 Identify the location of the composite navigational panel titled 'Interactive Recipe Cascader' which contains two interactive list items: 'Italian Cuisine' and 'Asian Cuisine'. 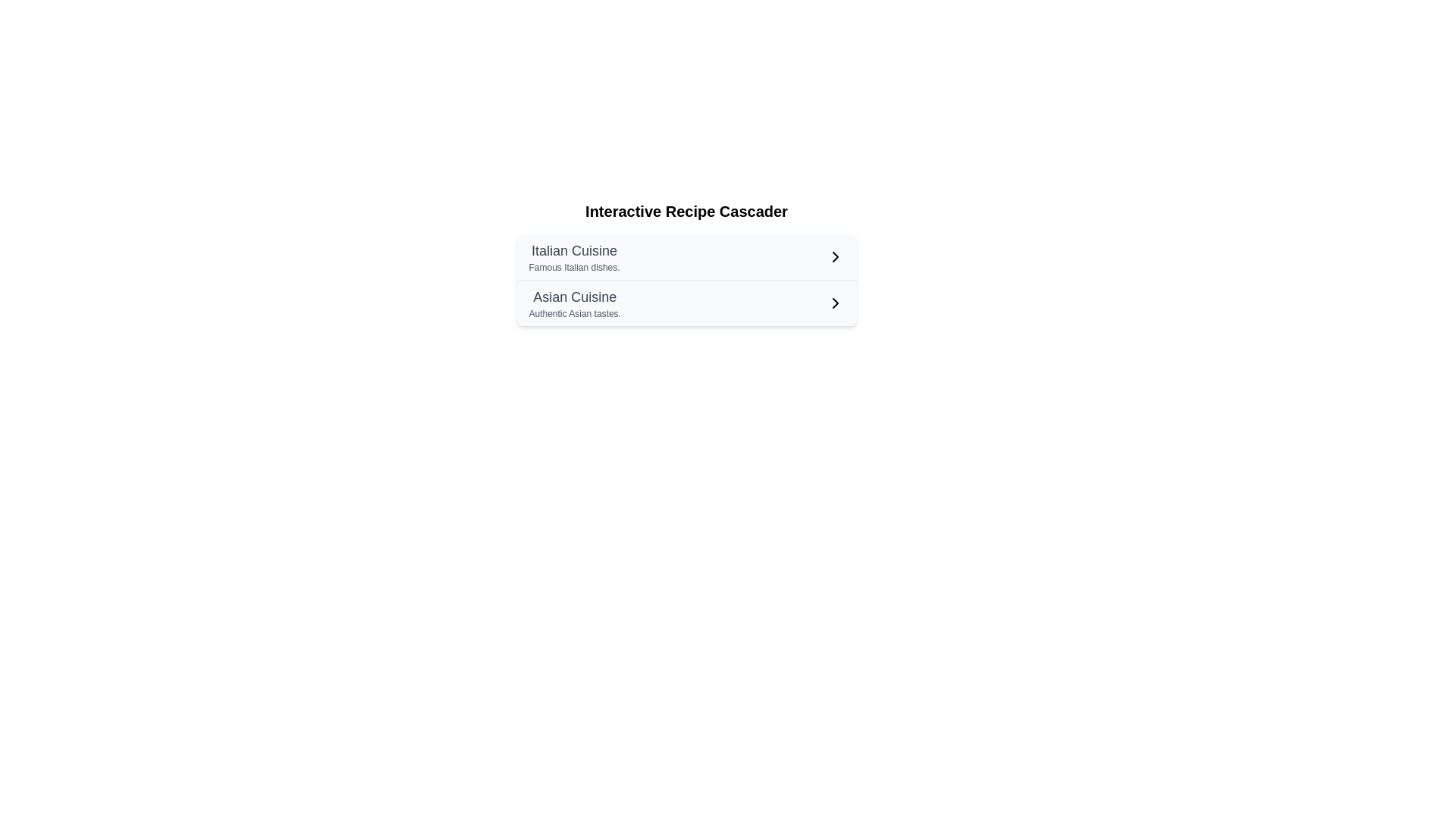
(686, 262).